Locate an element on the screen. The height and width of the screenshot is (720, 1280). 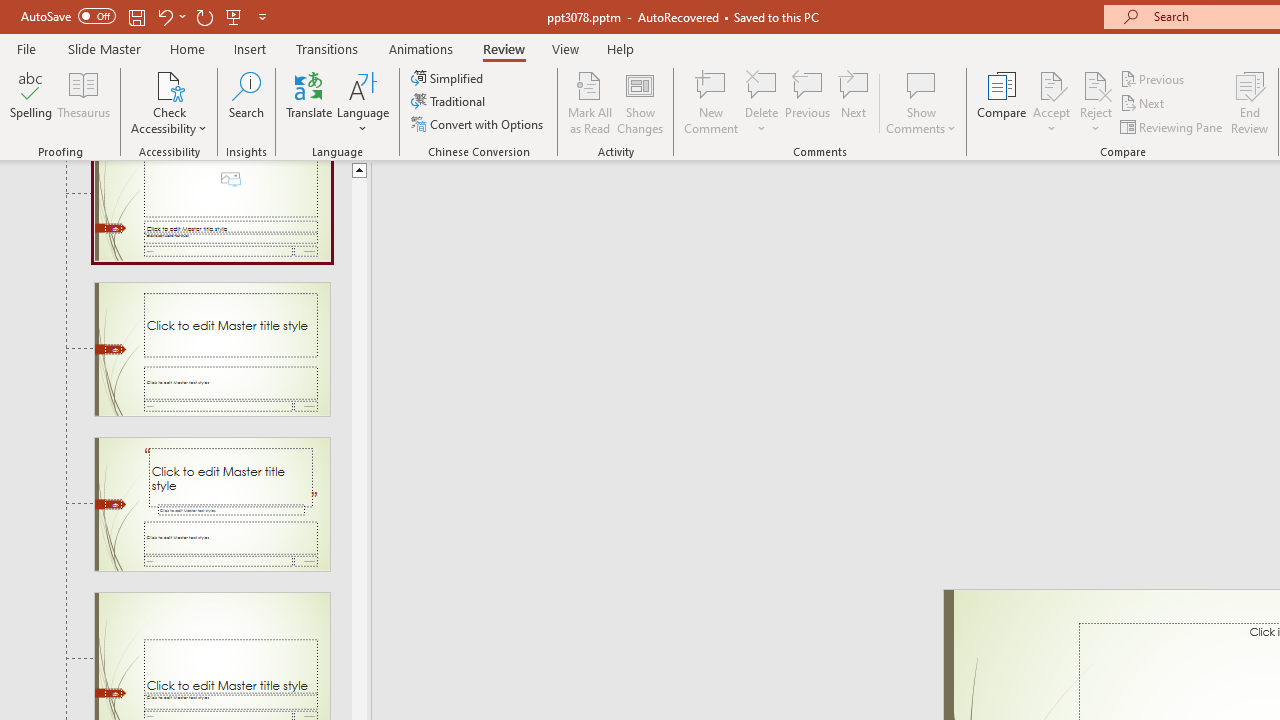
'Convert with Options...' is located at coordinates (478, 124).